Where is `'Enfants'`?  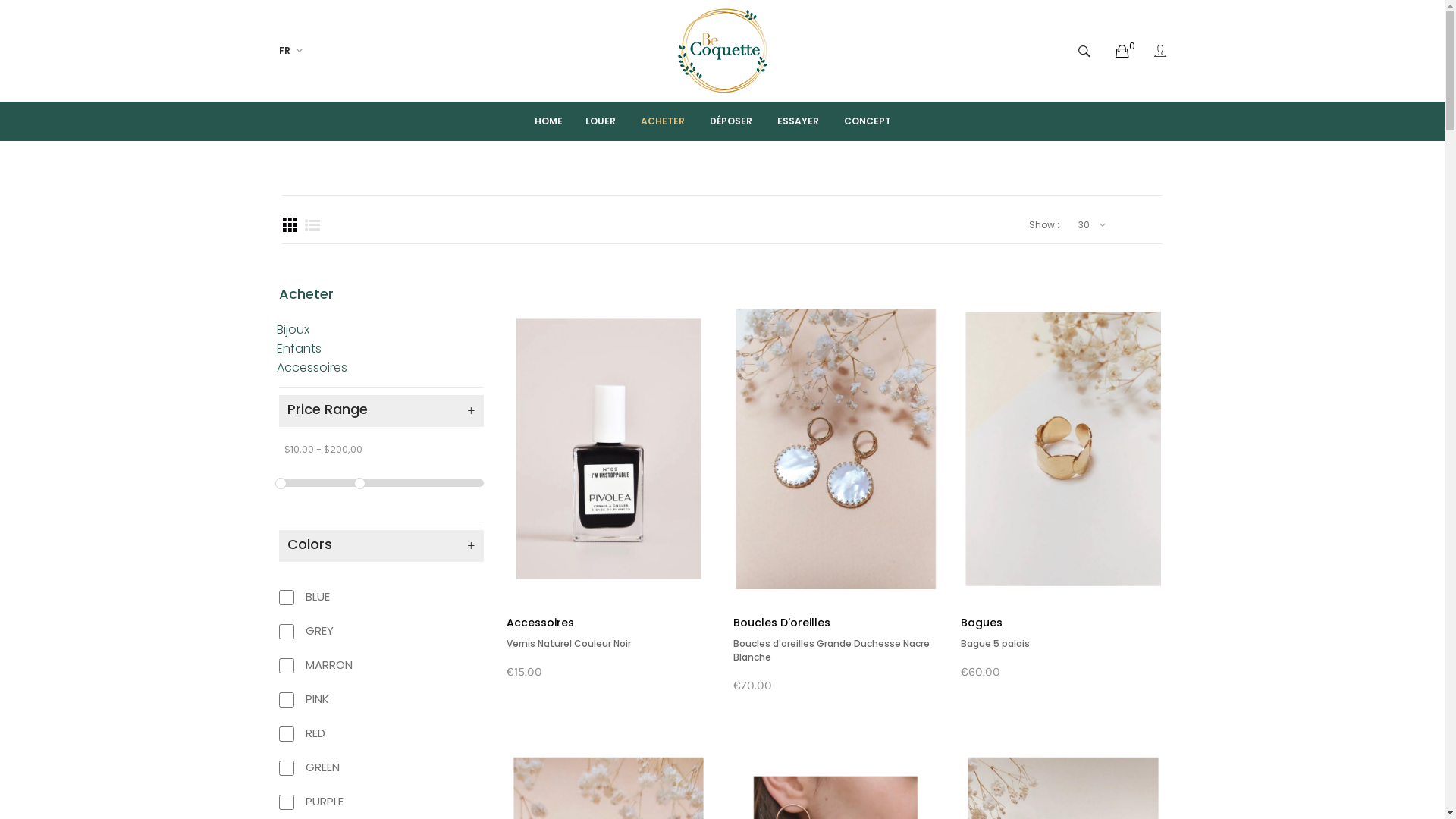 'Enfants' is located at coordinates (298, 348).